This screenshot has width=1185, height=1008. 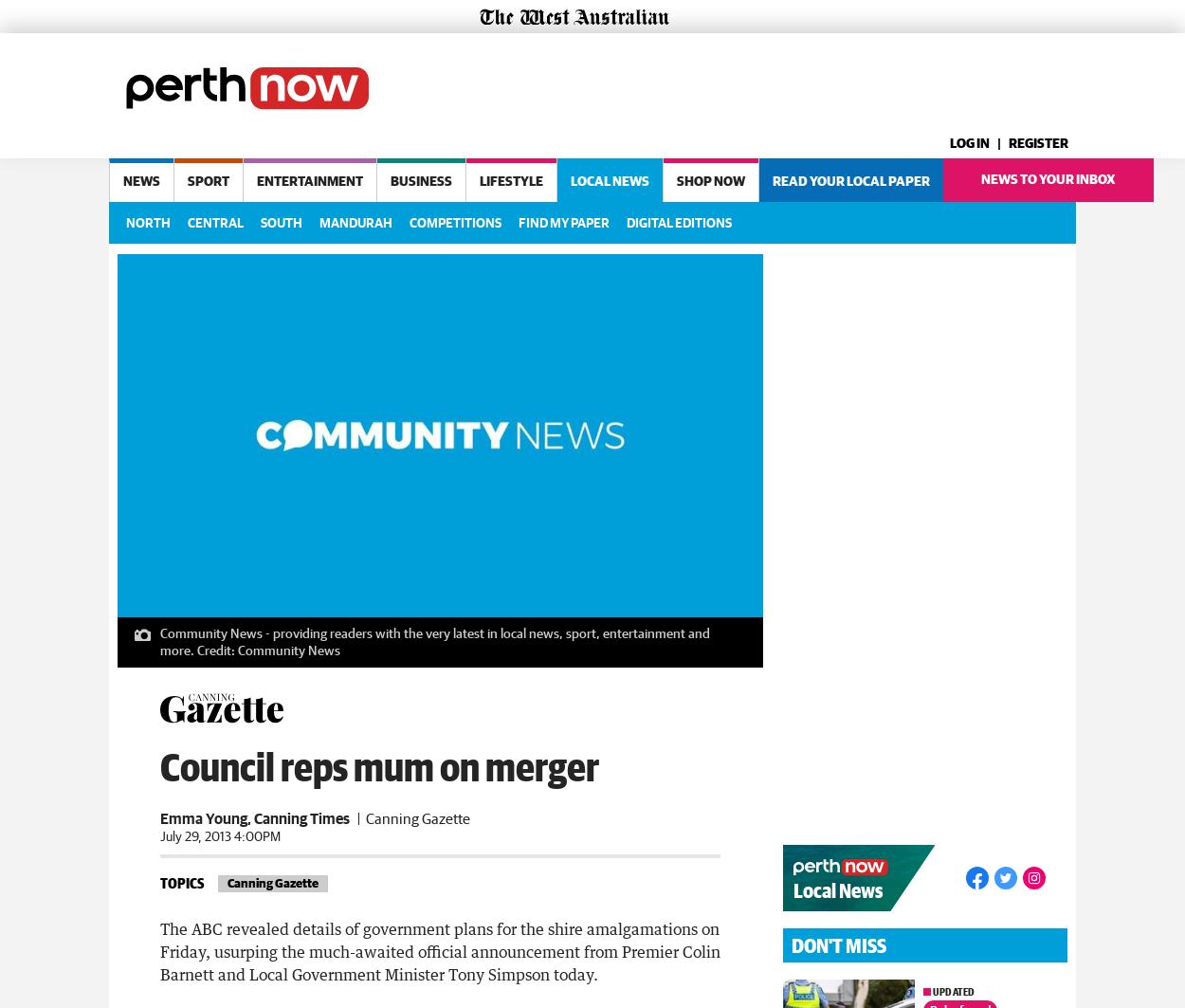 What do you see at coordinates (439, 948) in the screenshot?
I see `'The ABC revealed details of government plans for the shire amalgamations on Friday, usurping the much-awaited official announcement from Premier Colin Barnett and Local Government Minister Tony Simpson today.'` at bounding box center [439, 948].